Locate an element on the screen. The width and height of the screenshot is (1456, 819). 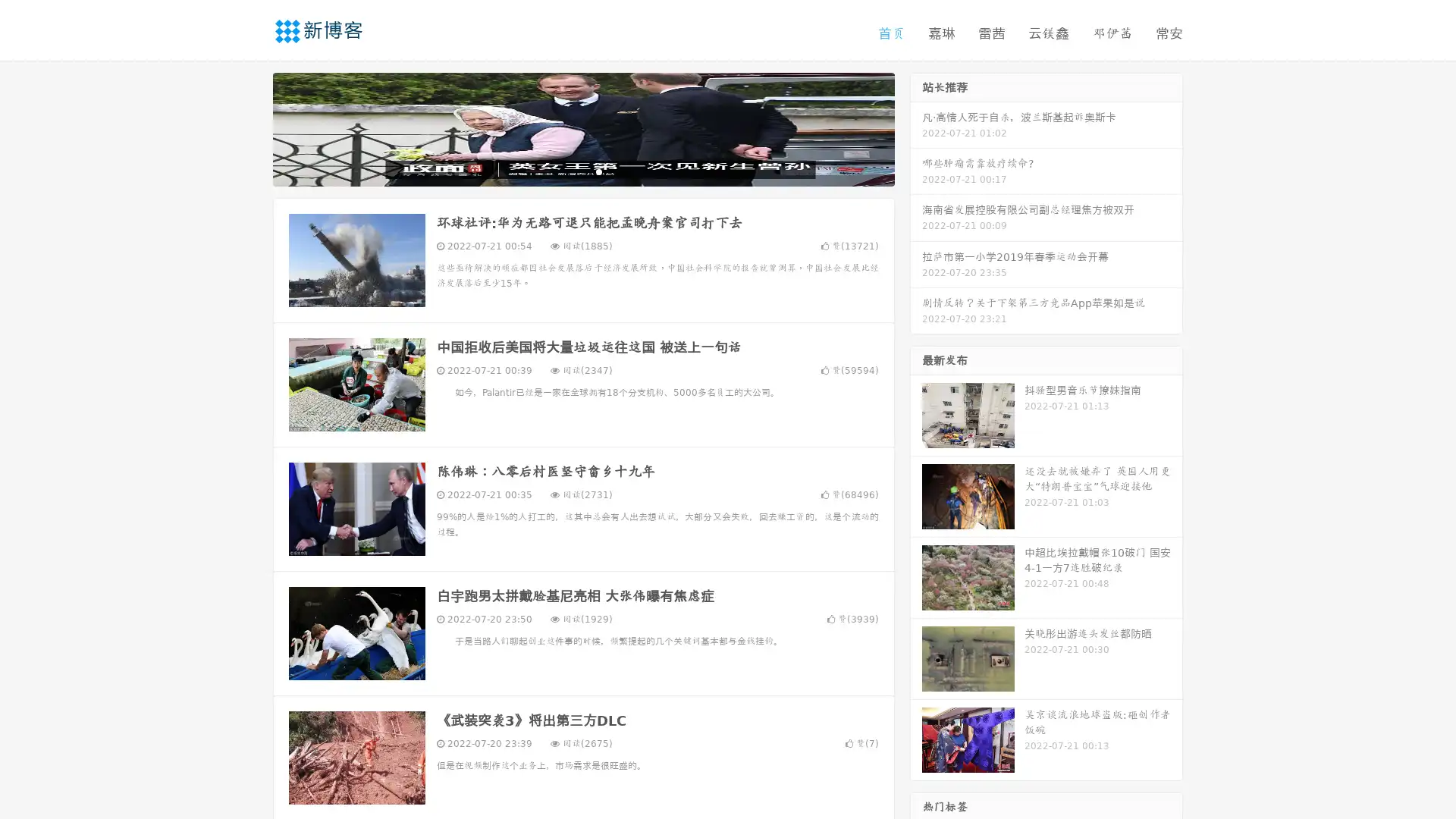
Next slide is located at coordinates (916, 127).